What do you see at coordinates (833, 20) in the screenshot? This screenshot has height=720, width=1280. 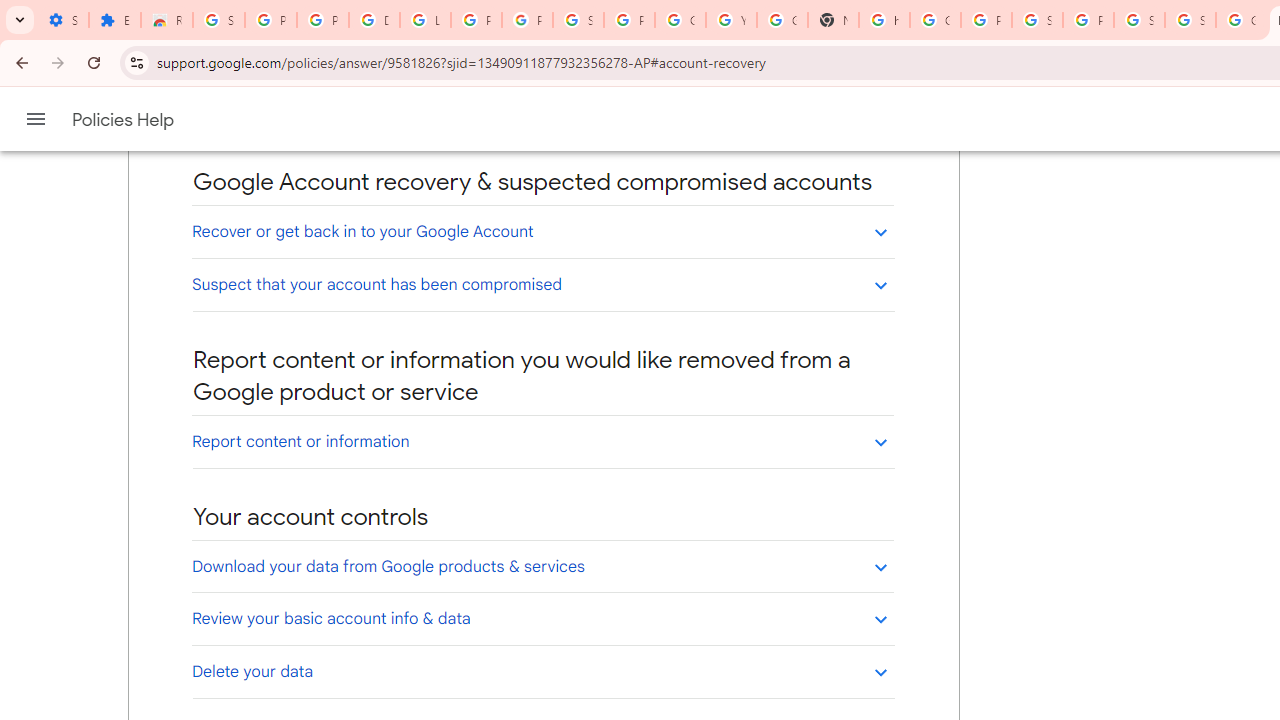 I see `'New Tab'` at bounding box center [833, 20].